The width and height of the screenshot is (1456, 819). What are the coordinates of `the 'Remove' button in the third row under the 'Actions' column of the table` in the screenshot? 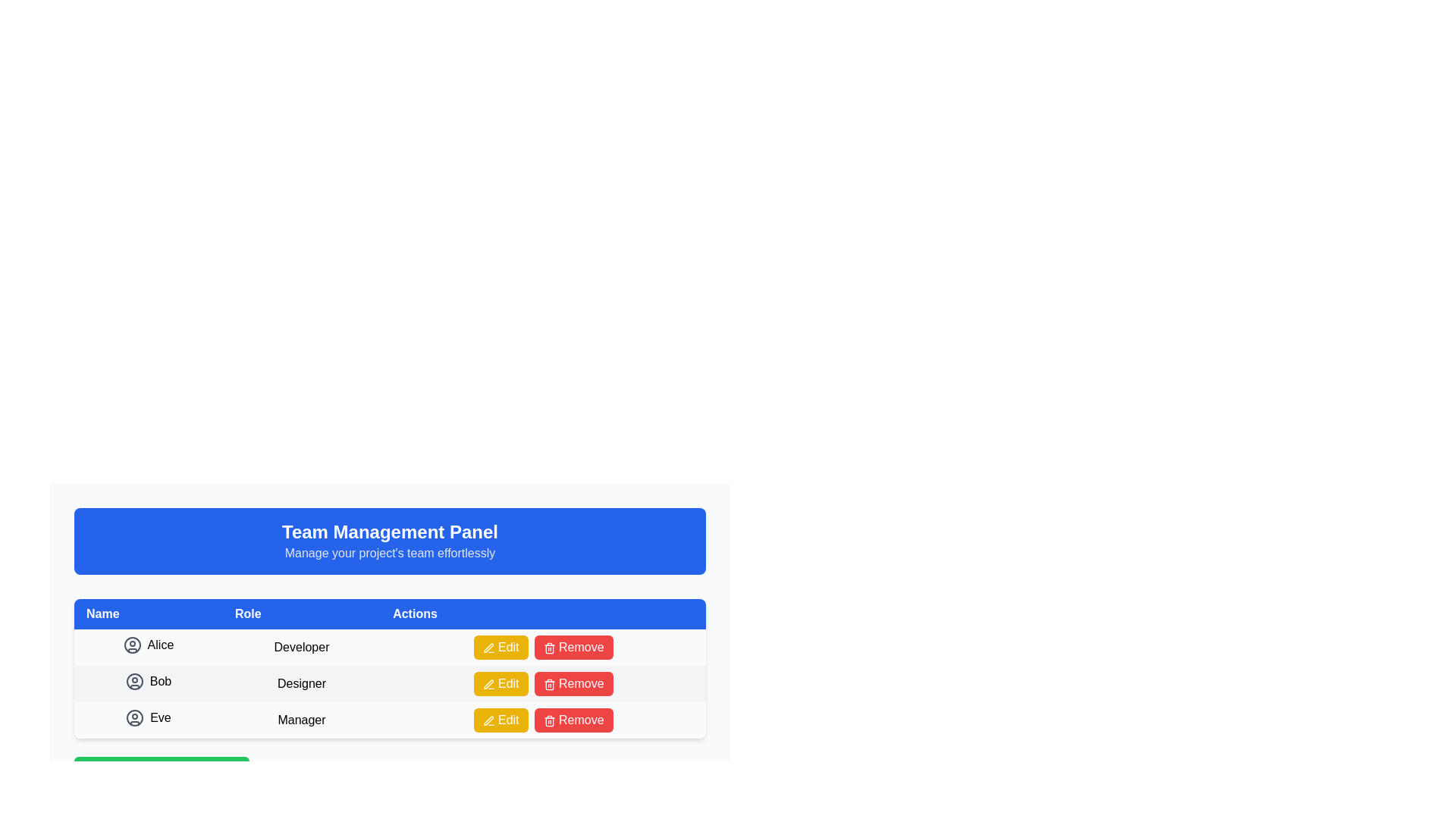 It's located at (573, 719).